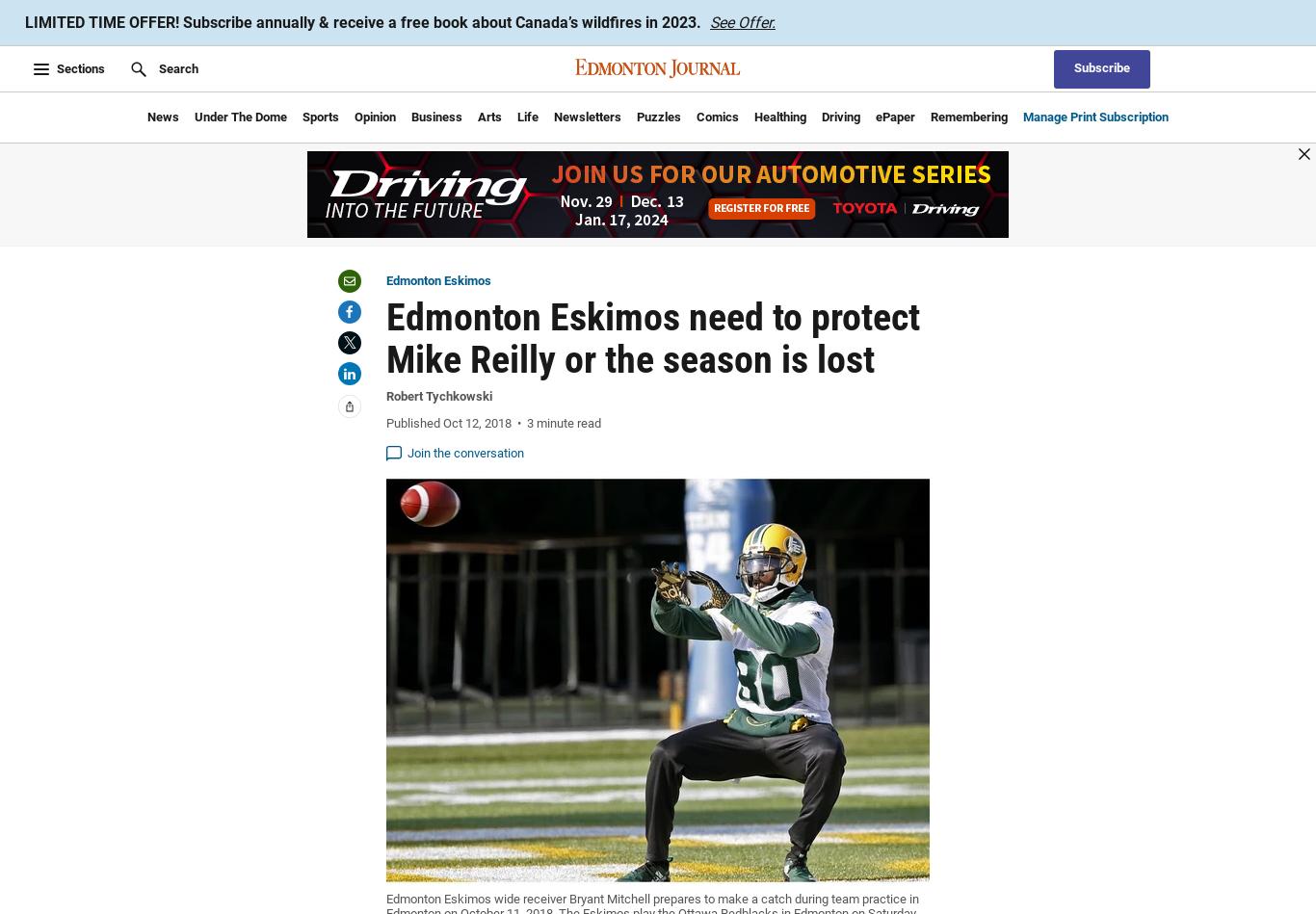 Image resolution: width=1316 pixels, height=914 pixels. What do you see at coordinates (969, 116) in the screenshot?
I see `'Remembering'` at bounding box center [969, 116].